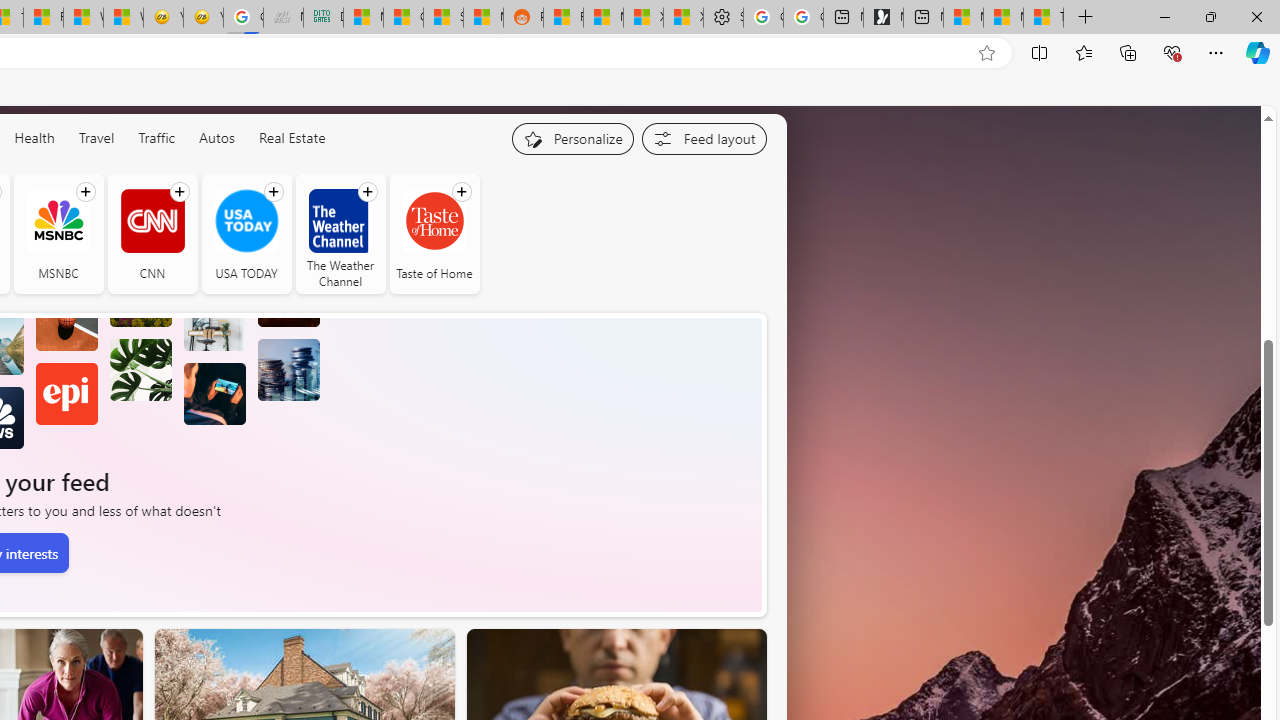 Image resolution: width=1280 pixels, height=720 pixels. What do you see at coordinates (151, 233) in the screenshot?
I see `'CNN'` at bounding box center [151, 233].